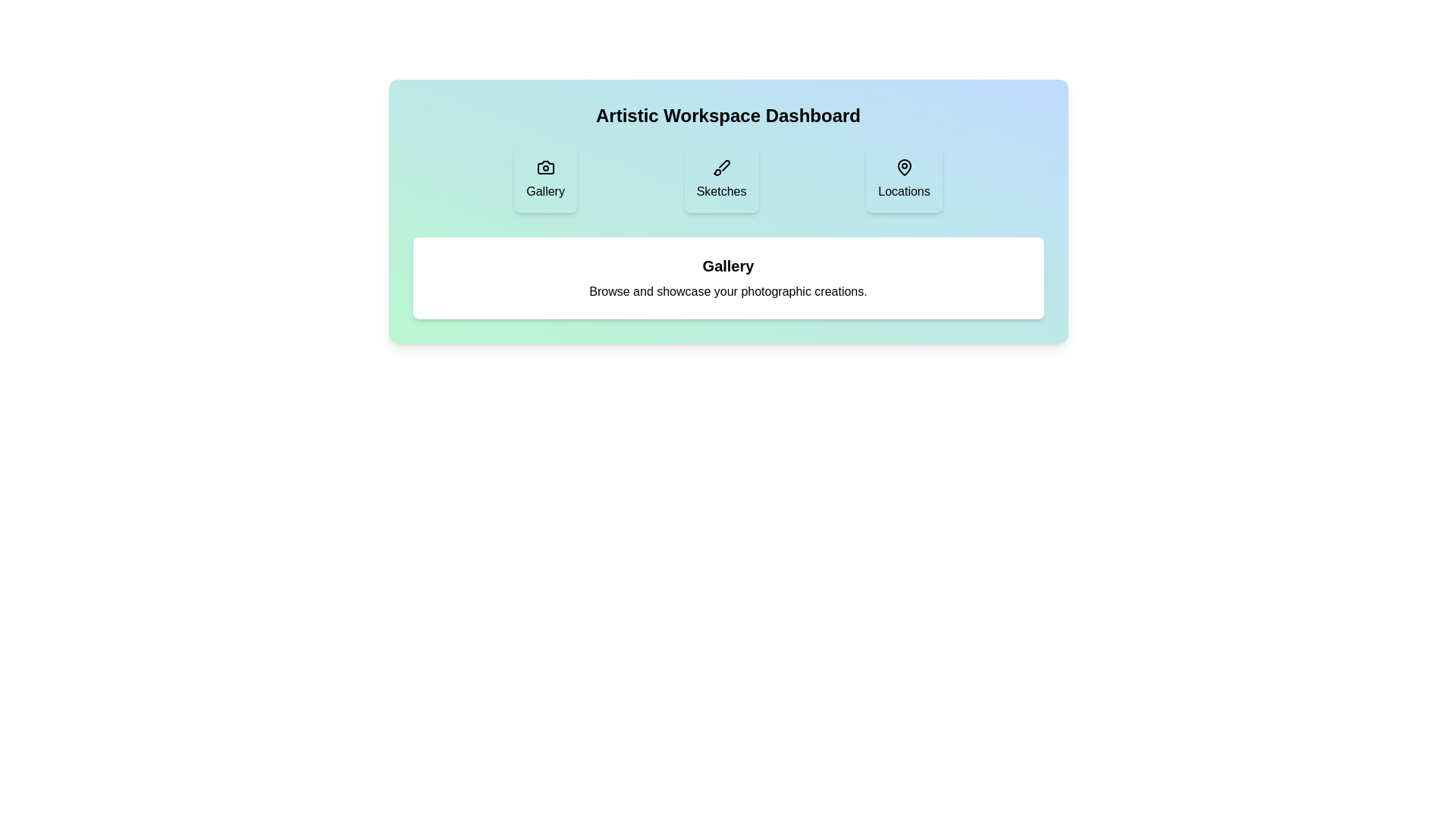  Describe the element at coordinates (904, 178) in the screenshot. I see `the Locations tab by clicking on its button` at that location.